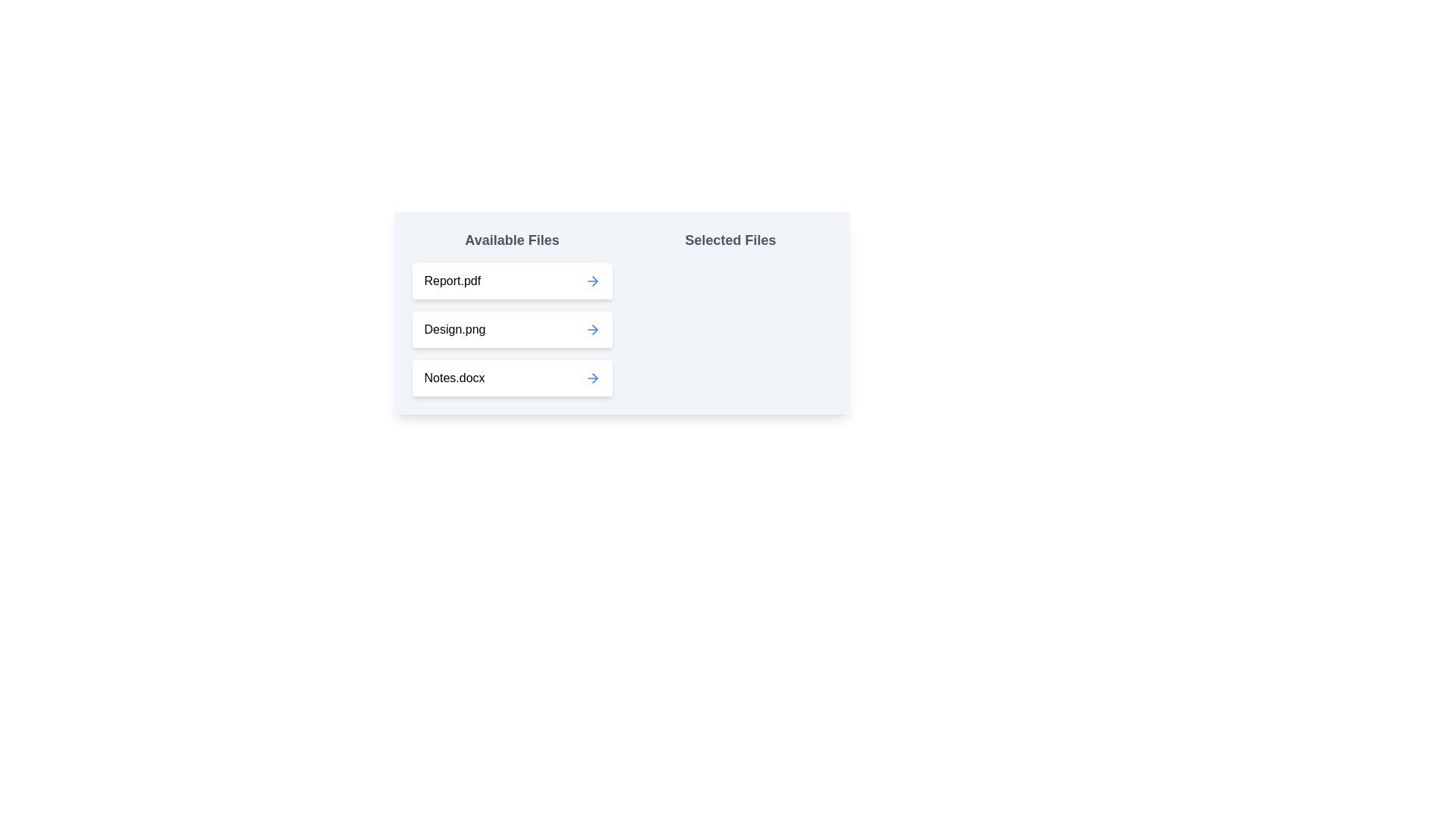  Describe the element at coordinates (454, 329) in the screenshot. I see `the text label 'Design.png' located in the 'Available Files' section` at that location.